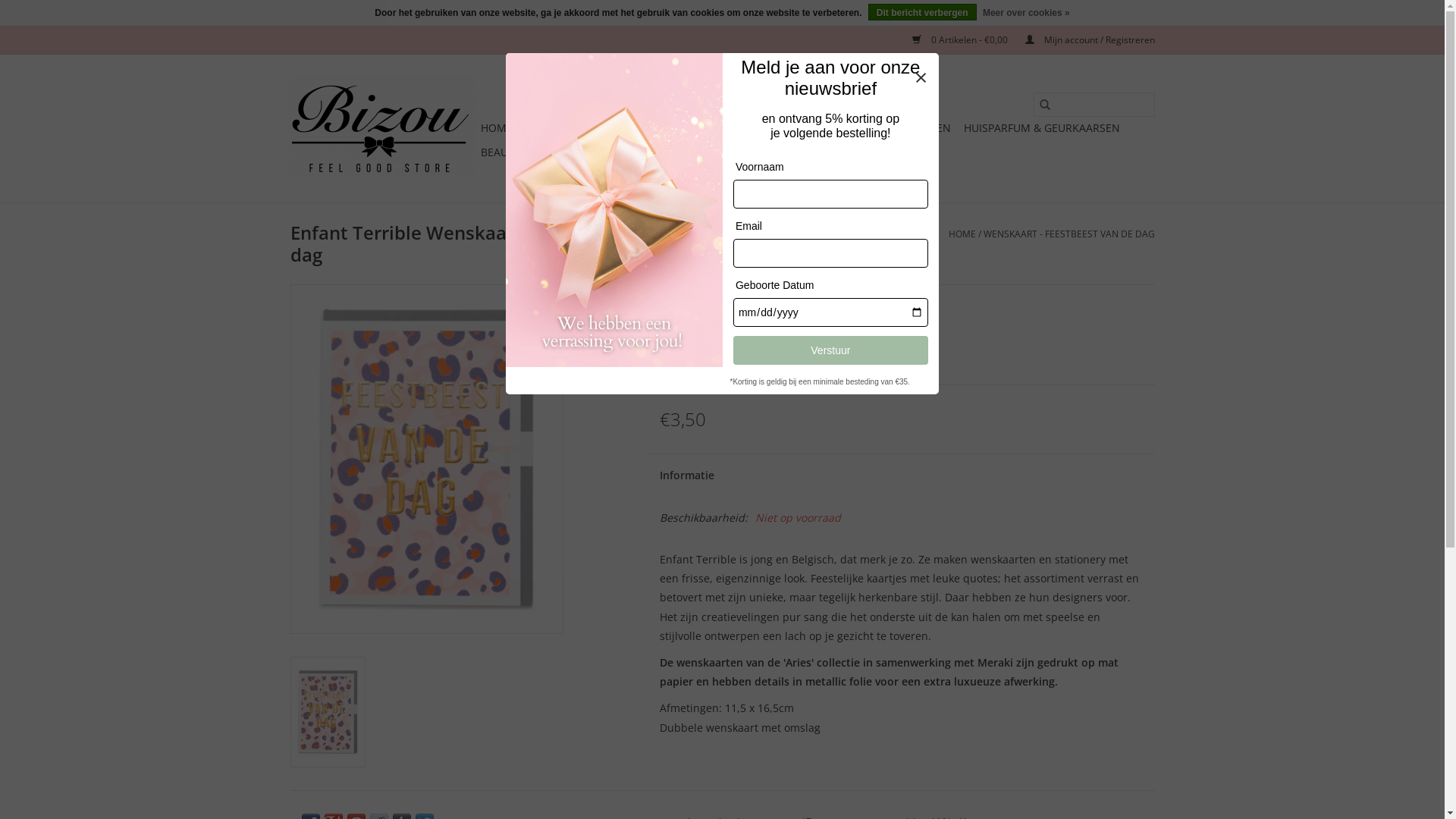 The image size is (1456, 819). What do you see at coordinates (775, 152) in the screenshot?
I see `'CADEAUBONNEN'` at bounding box center [775, 152].